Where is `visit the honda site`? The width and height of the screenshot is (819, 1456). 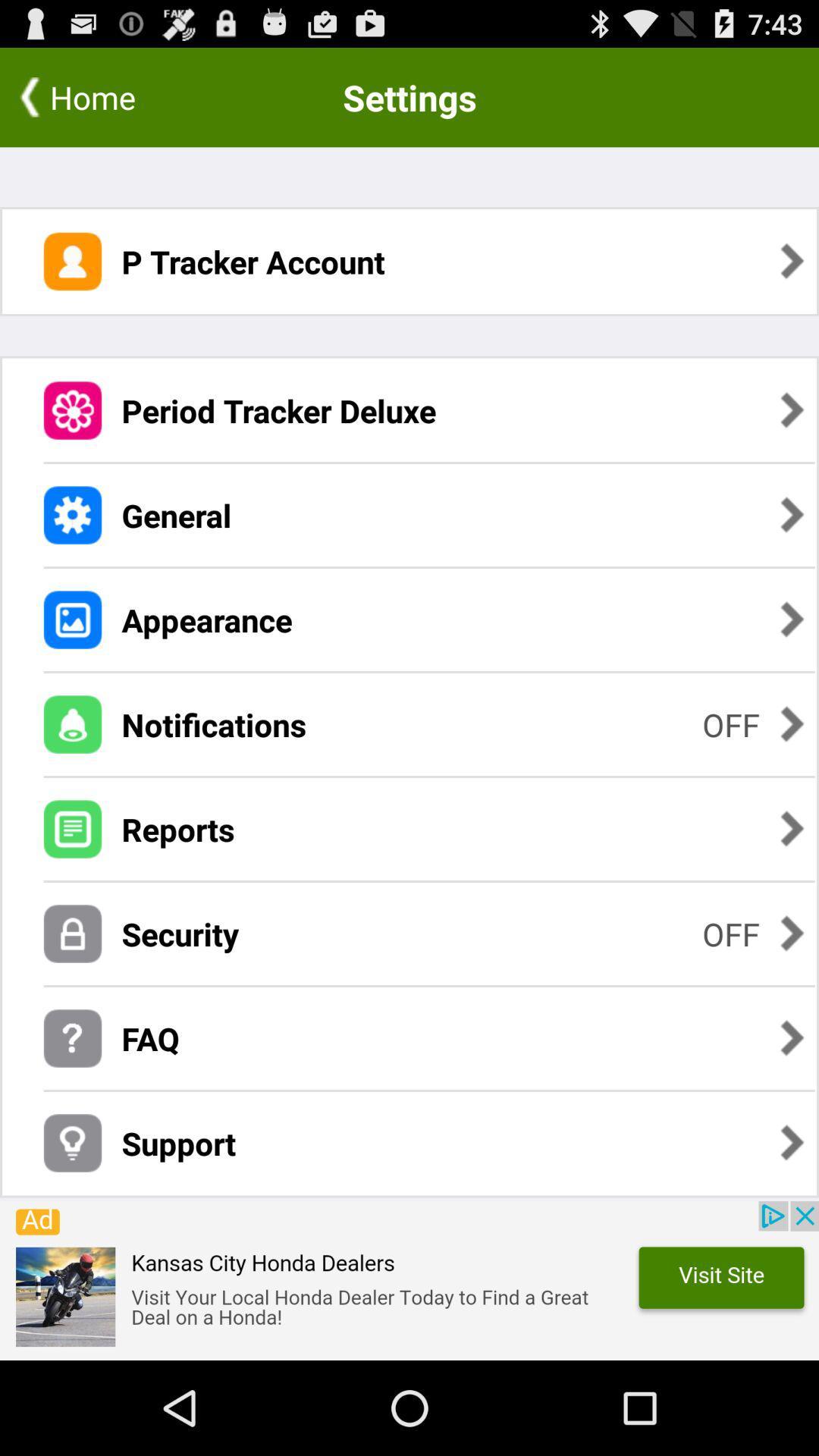
visit the honda site is located at coordinates (409, 1280).